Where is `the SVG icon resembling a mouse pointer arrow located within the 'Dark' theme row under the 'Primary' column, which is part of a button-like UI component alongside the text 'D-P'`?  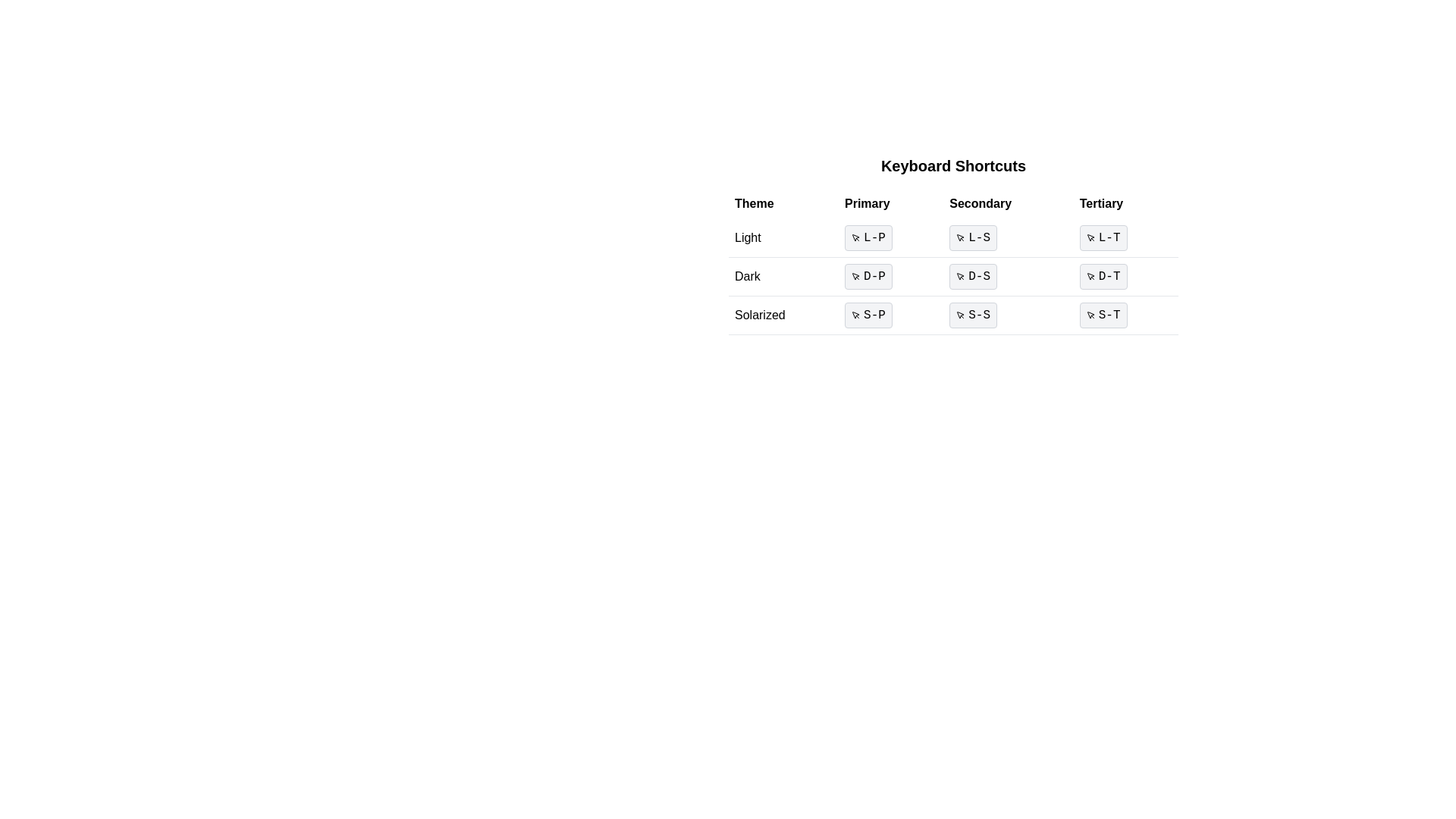
the SVG icon resembling a mouse pointer arrow located within the 'Dark' theme row under the 'Primary' column, which is part of a button-like UI component alongside the text 'D-P' is located at coordinates (855, 277).